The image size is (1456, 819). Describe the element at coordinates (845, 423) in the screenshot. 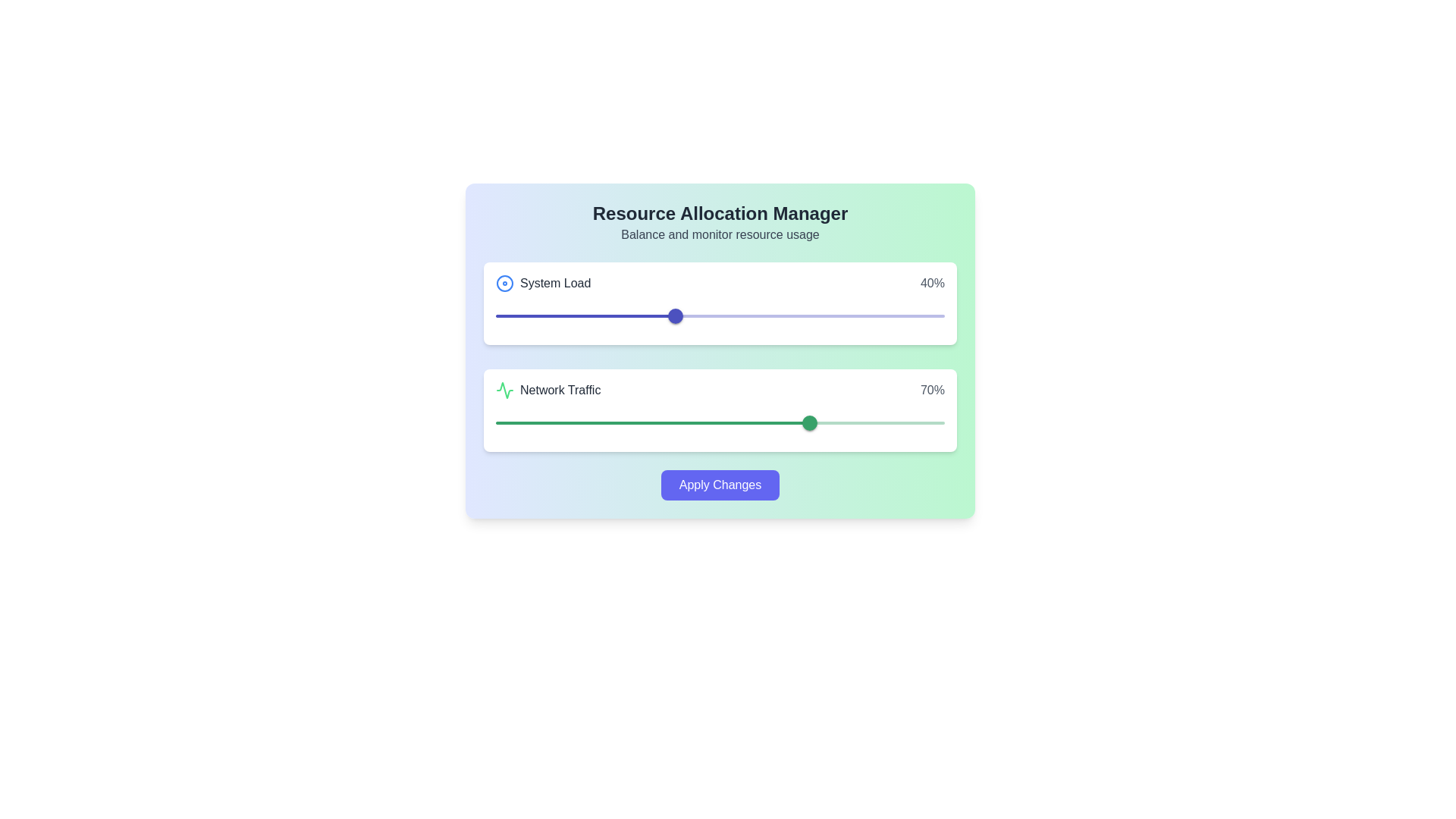

I see `network traffic` at that location.